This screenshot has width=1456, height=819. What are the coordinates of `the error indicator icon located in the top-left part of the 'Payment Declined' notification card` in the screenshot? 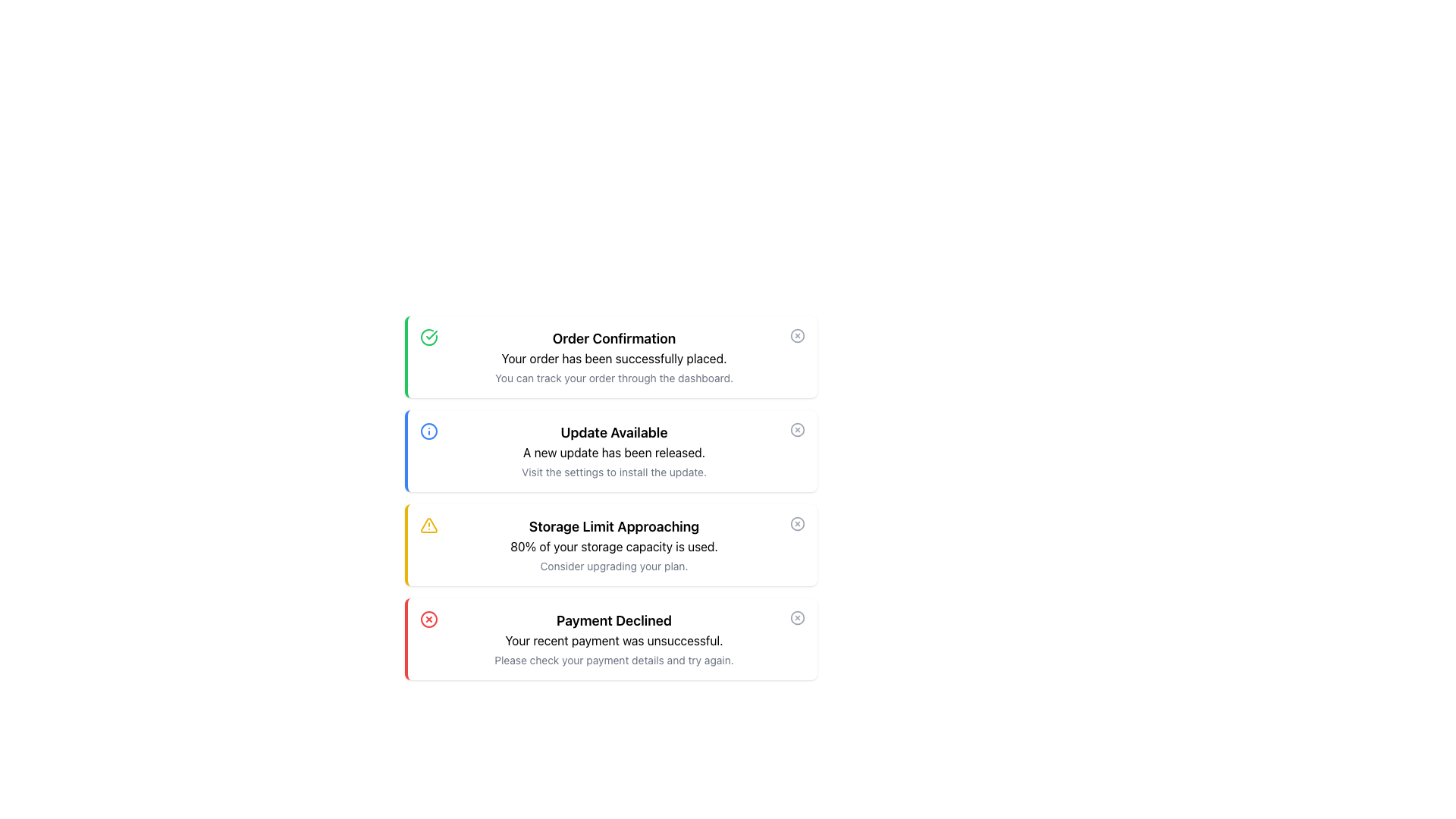 It's located at (428, 620).